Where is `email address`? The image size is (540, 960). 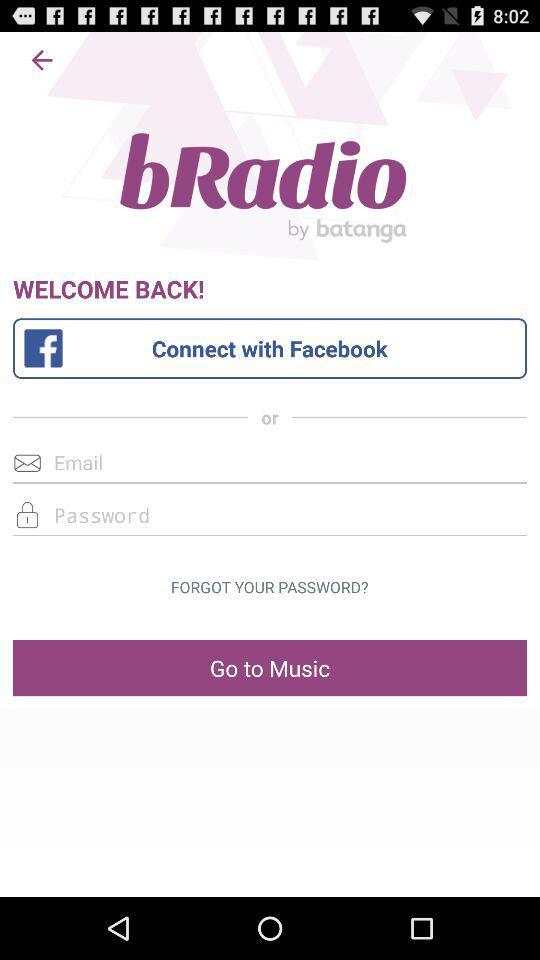 email address is located at coordinates (270, 462).